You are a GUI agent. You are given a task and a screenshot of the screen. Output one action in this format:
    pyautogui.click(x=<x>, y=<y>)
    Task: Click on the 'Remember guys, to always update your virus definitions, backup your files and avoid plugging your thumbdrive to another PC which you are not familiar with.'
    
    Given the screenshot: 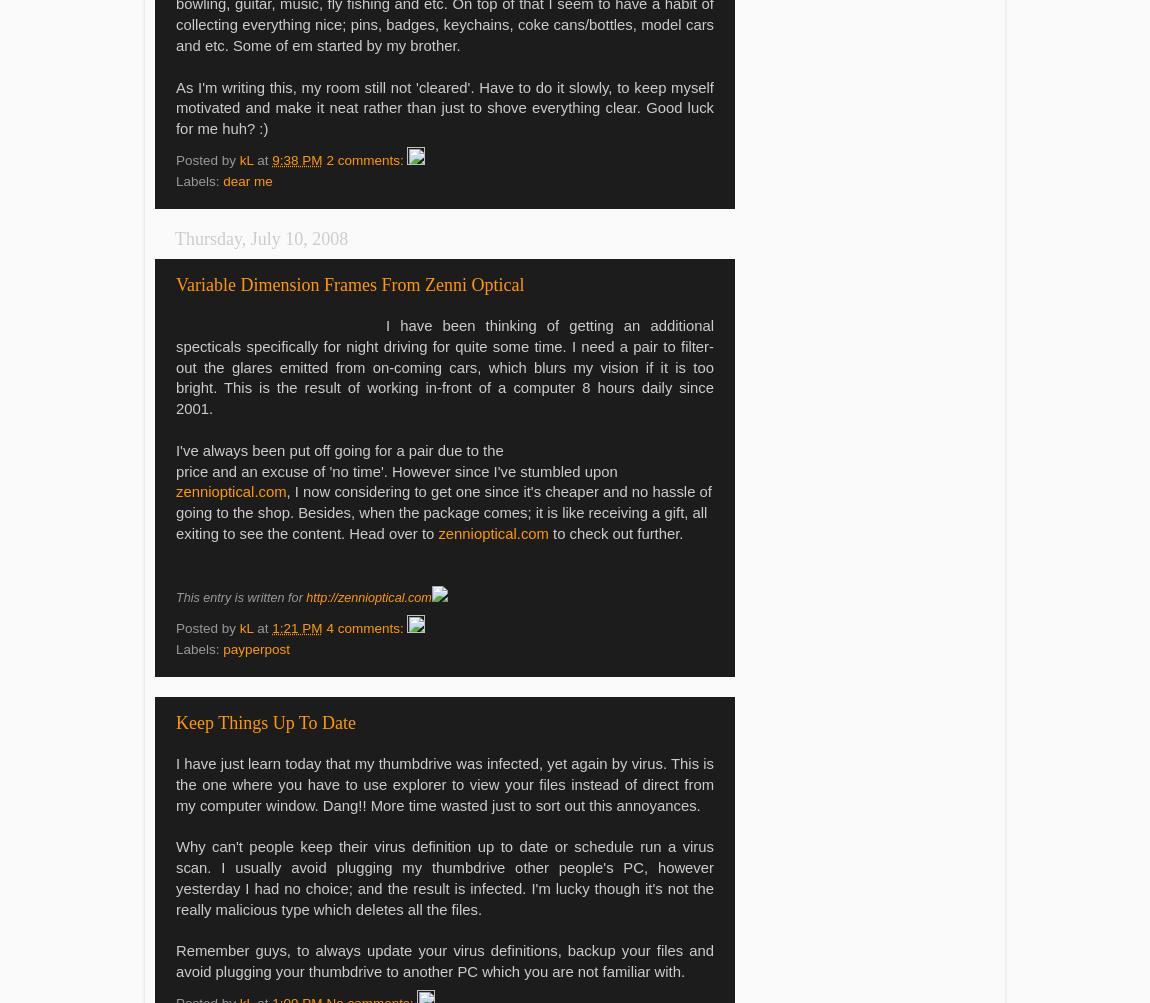 What is the action you would take?
    pyautogui.click(x=445, y=960)
    